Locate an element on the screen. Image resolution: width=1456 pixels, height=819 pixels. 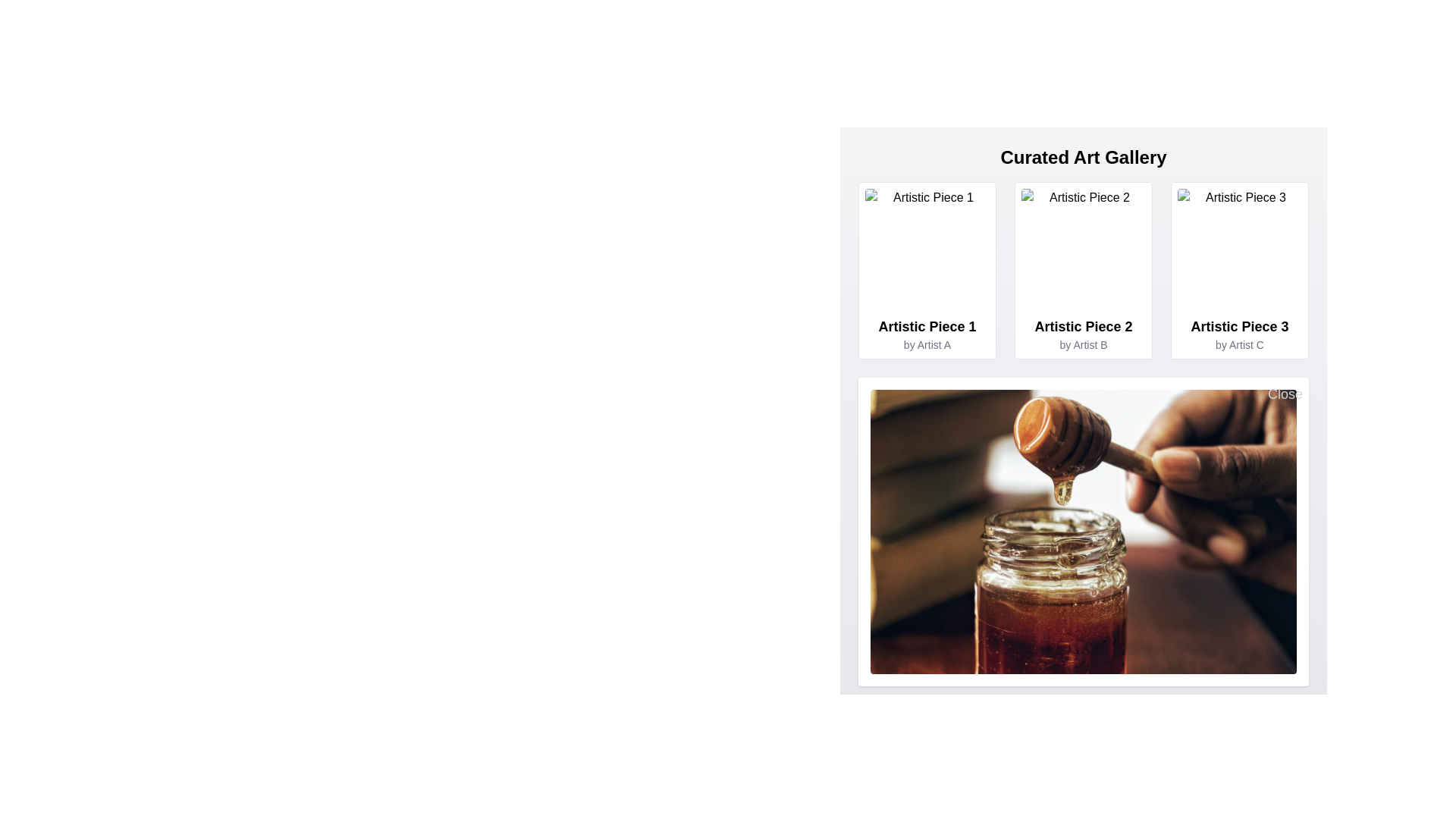
the image preview of the honey dipper dripping honey into a jar, located in the Curated Art Gallery section below the grid layout of artistic pieces is located at coordinates (1083, 522).